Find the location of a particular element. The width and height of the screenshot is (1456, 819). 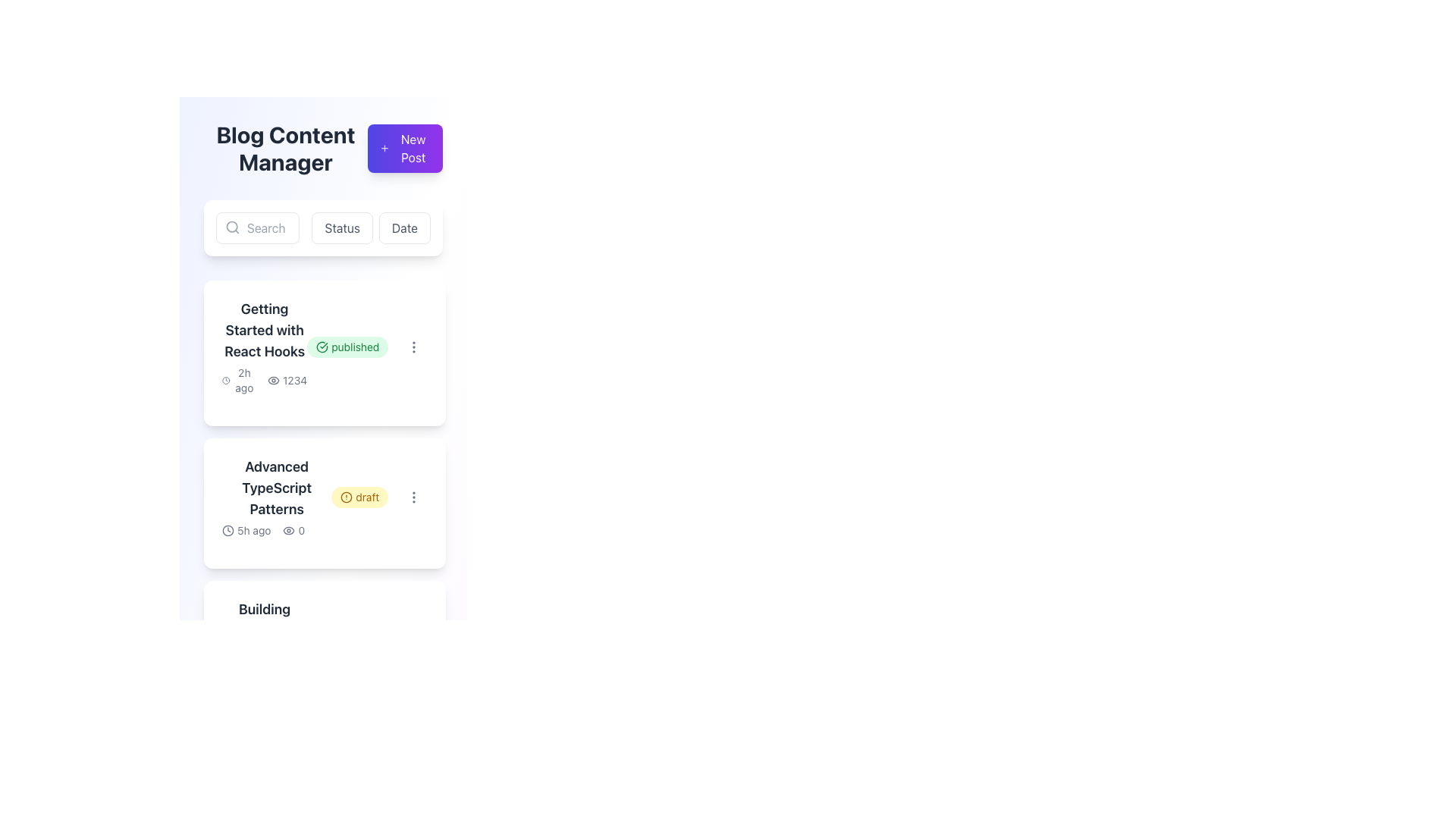

the content of the 'published' status label, which is a pill-shaped label with a green background and a checkmark icon, located at the top section of the blog entry card titled 'Getting Started with React Hooks' is located at coordinates (347, 347).